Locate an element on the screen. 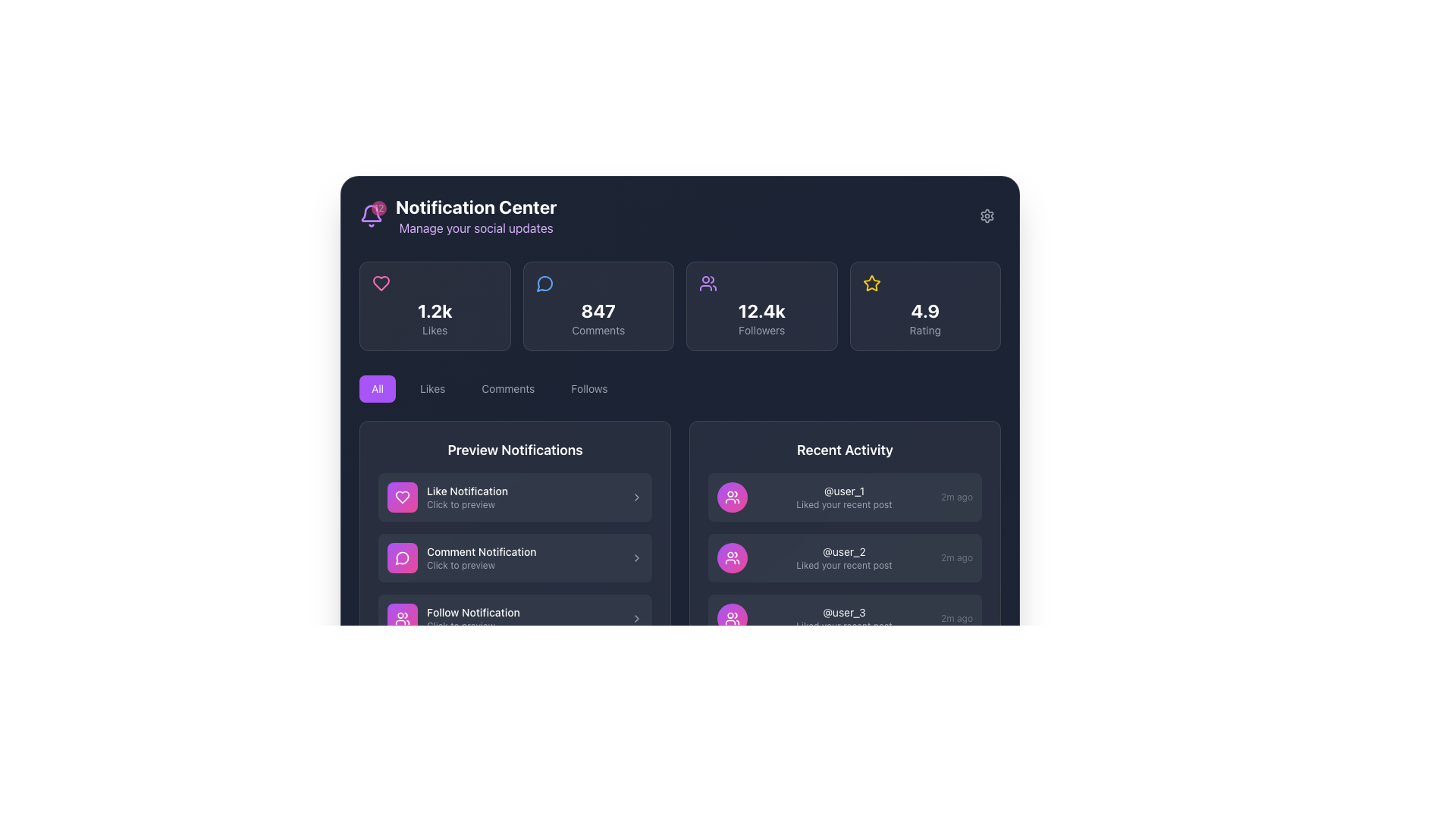 The width and height of the screenshot is (1456, 819). the text label that represents the number of comments is located at coordinates (598, 309).